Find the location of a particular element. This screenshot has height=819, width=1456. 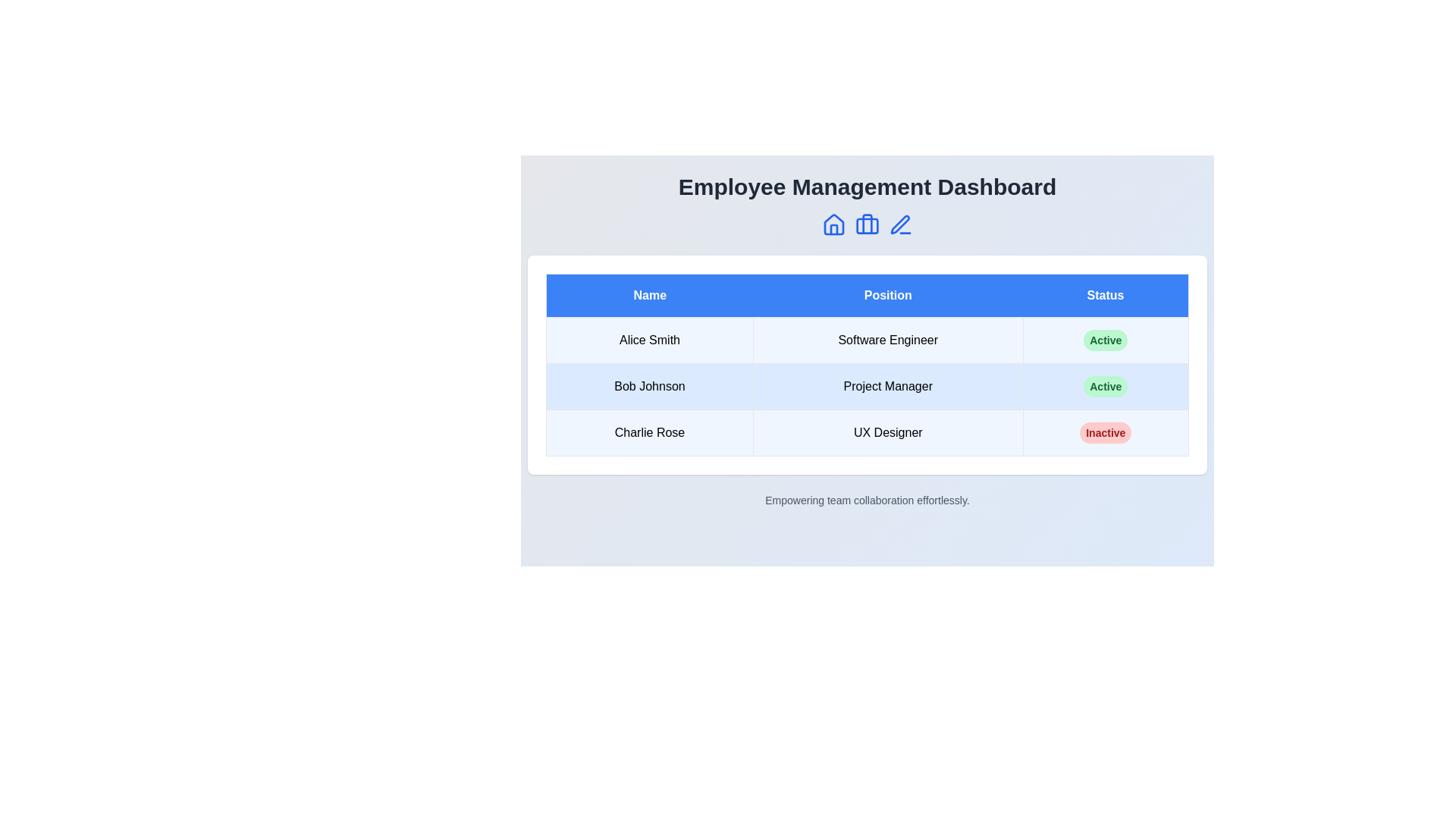

the text label displaying 'Charlie Rose', which is located in the third row under the 'Name' column of the table is located at coordinates (649, 432).